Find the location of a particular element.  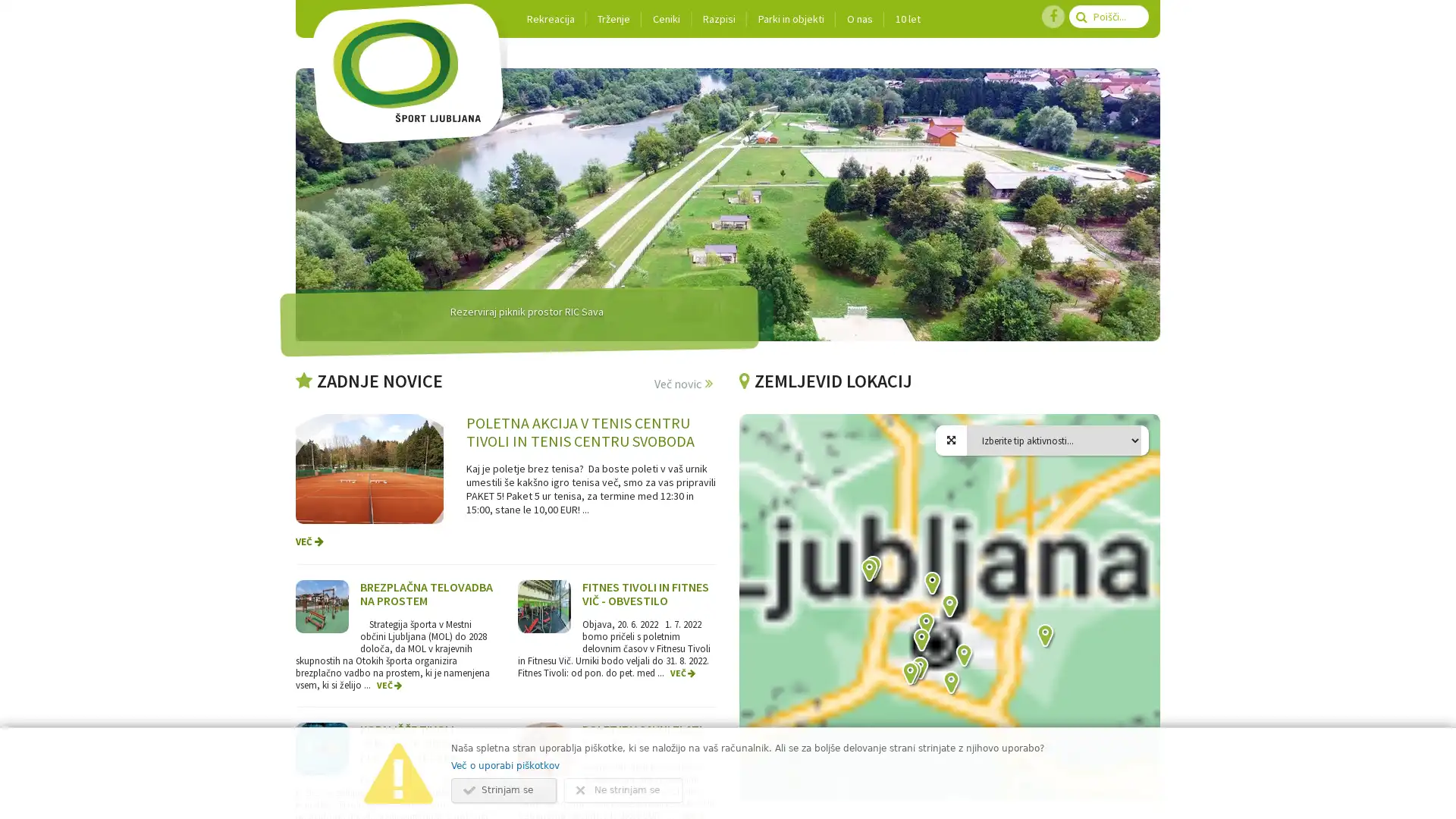

Preklopi v celozaslonski pogled is located at coordinates (1137, 436).